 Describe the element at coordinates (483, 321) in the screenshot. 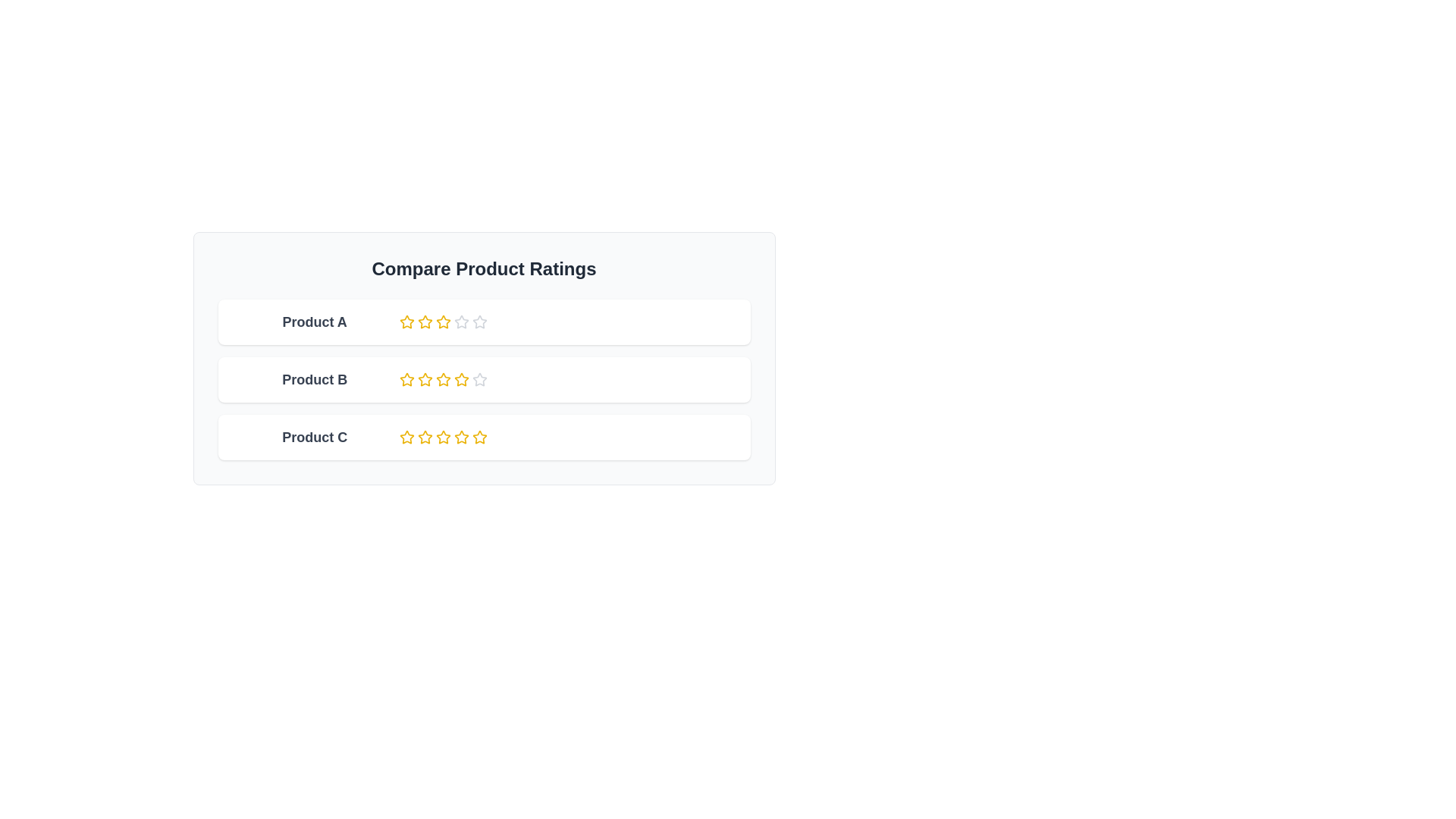

I see `the Rating display for 'Product A' located in the top rating row, visually represented by mixed colors in the stars` at that location.